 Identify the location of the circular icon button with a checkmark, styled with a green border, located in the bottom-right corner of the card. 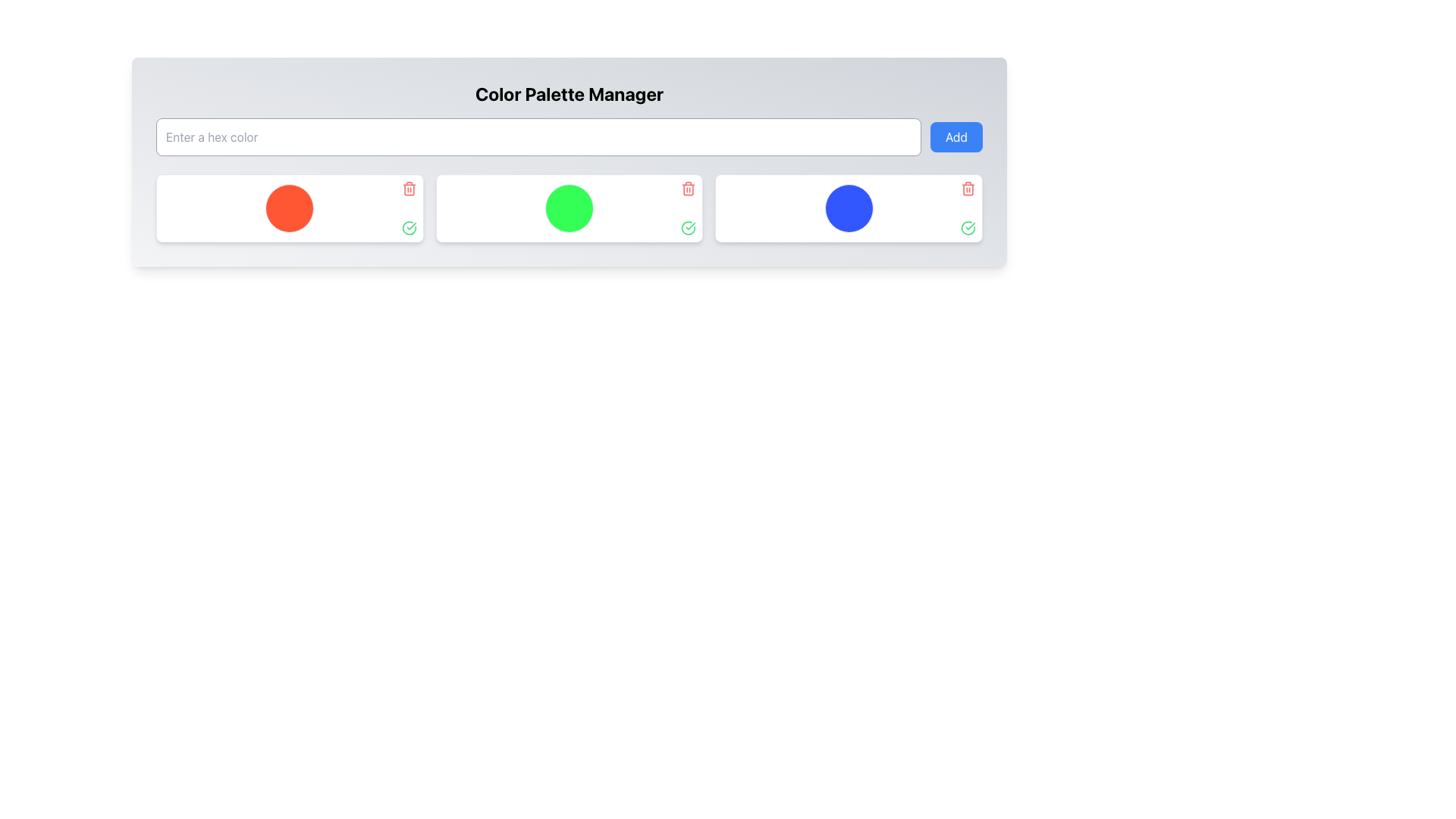
(409, 227).